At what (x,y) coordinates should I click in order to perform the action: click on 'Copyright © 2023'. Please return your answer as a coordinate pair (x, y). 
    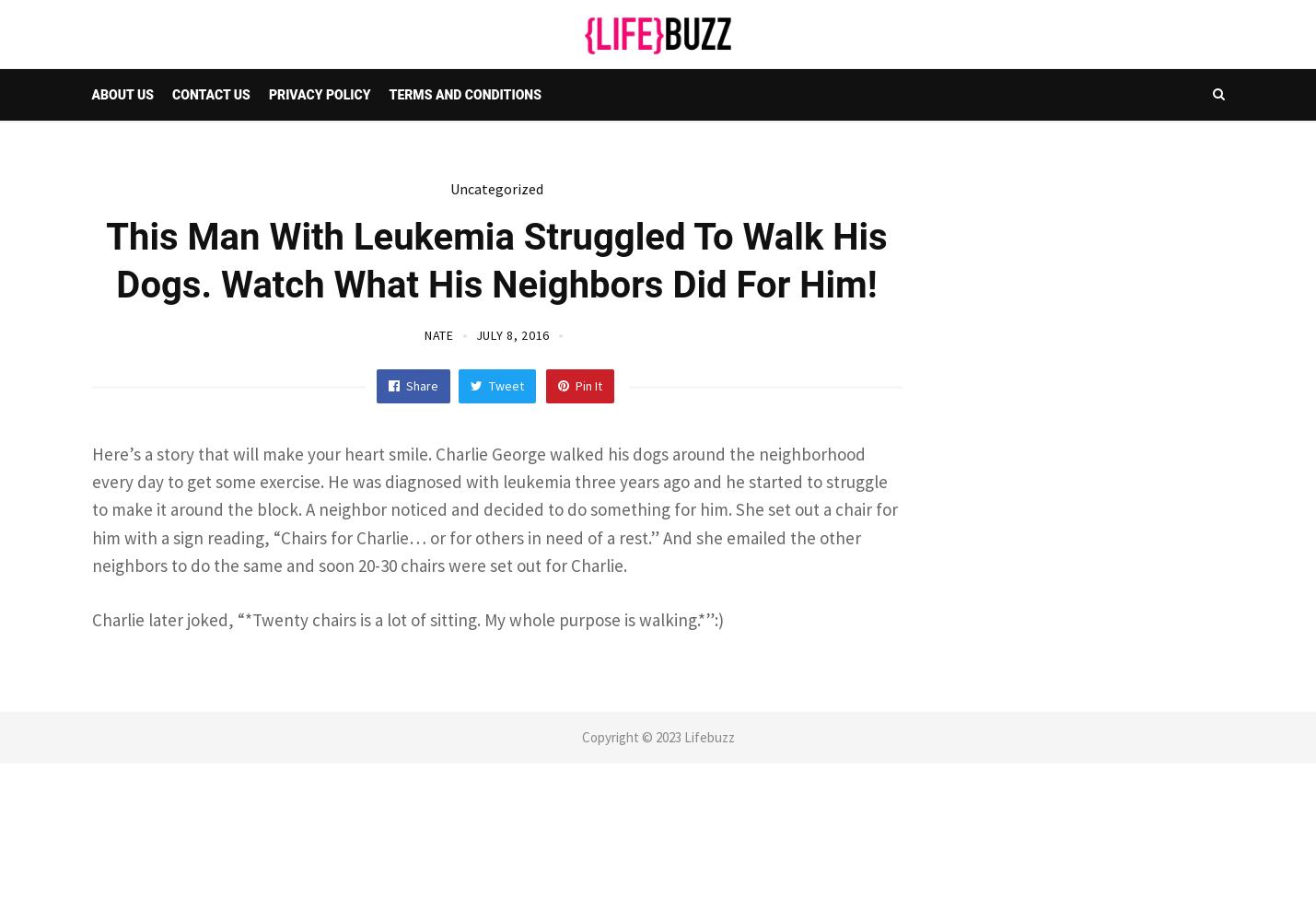
    Looking at the image, I should click on (631, 737).